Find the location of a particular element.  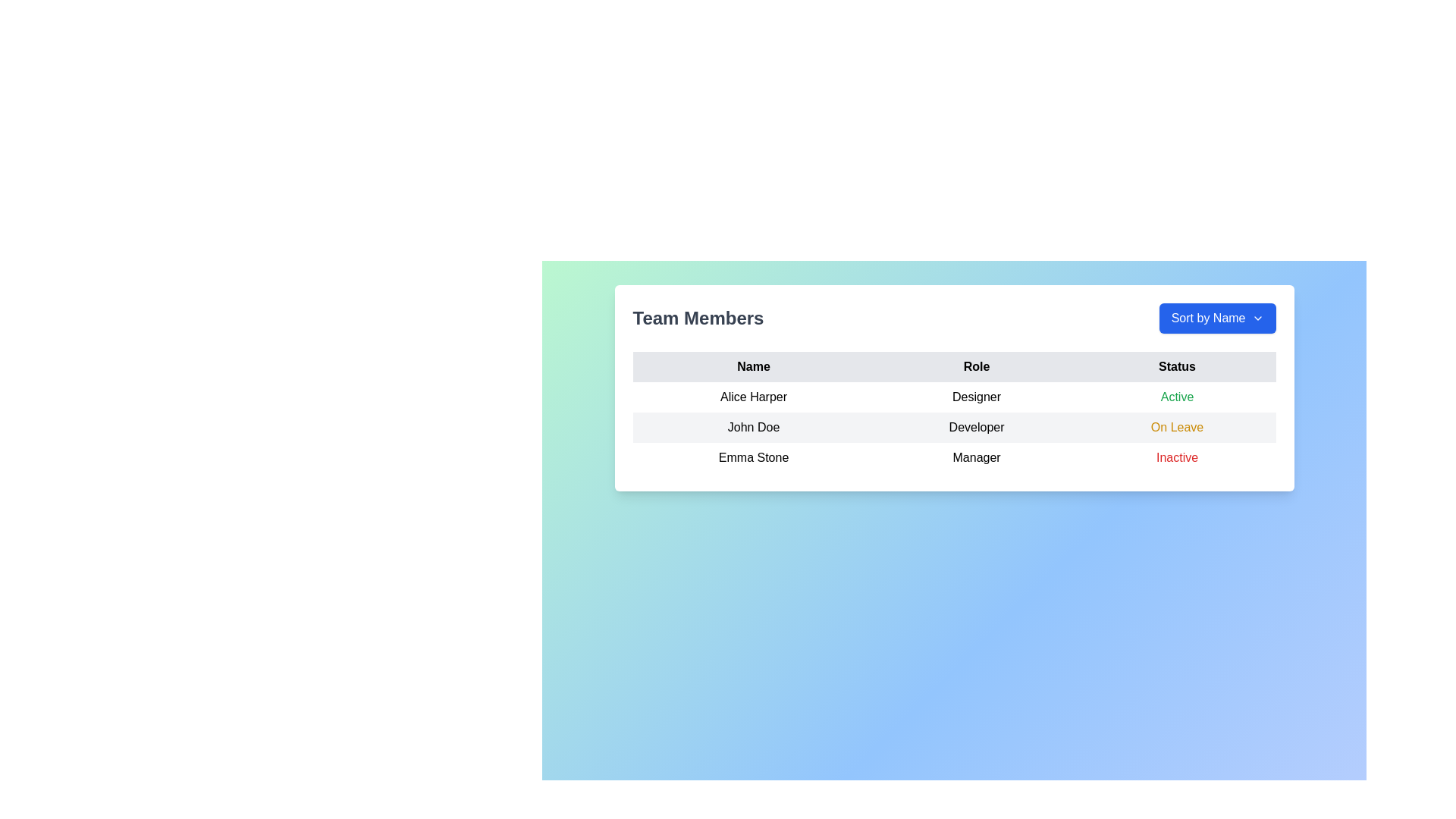

text label displaying 'Developer' located in the 'Role' column of the table, specifically in the second row for 'John Doe' is located at coordinates (977, 427).